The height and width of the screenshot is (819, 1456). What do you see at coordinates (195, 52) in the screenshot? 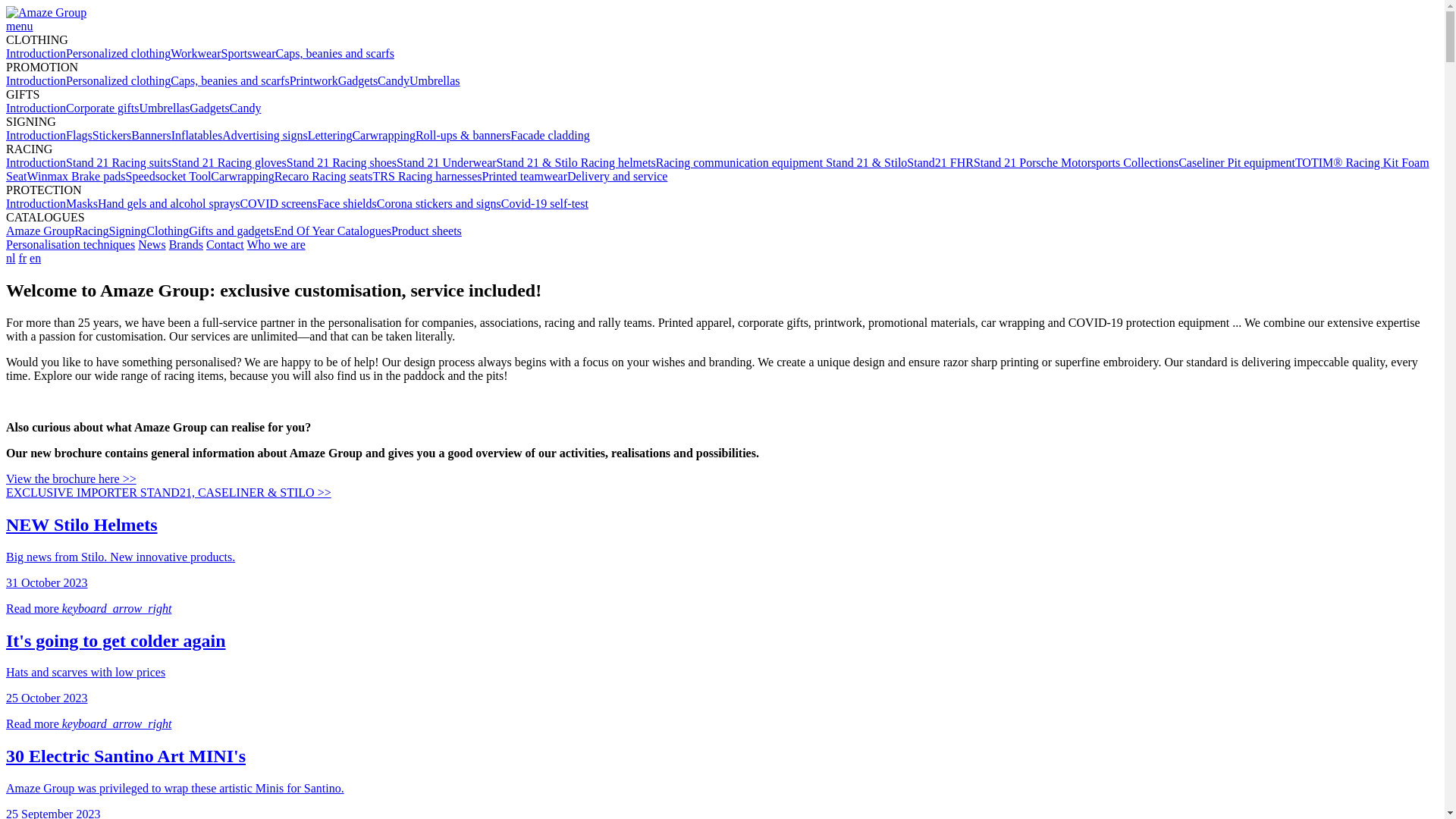
I see `'Workwear'` at bounding box center [195, 52].